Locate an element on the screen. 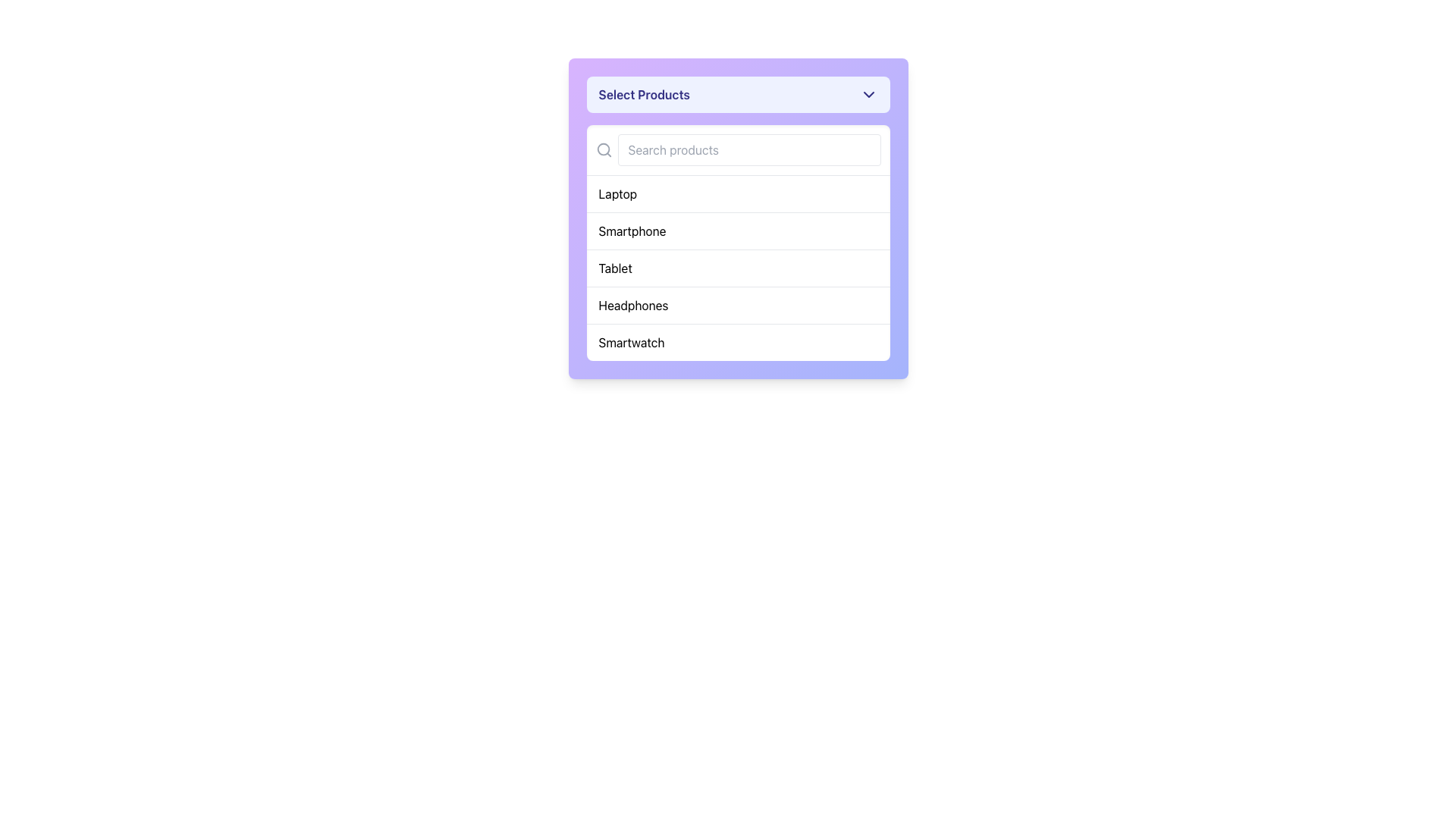 Image resolution: width=1456 pixels, height=819 pixels. the 'Smartphone' option in the dropdown menu is located at coordinates (632, 231).